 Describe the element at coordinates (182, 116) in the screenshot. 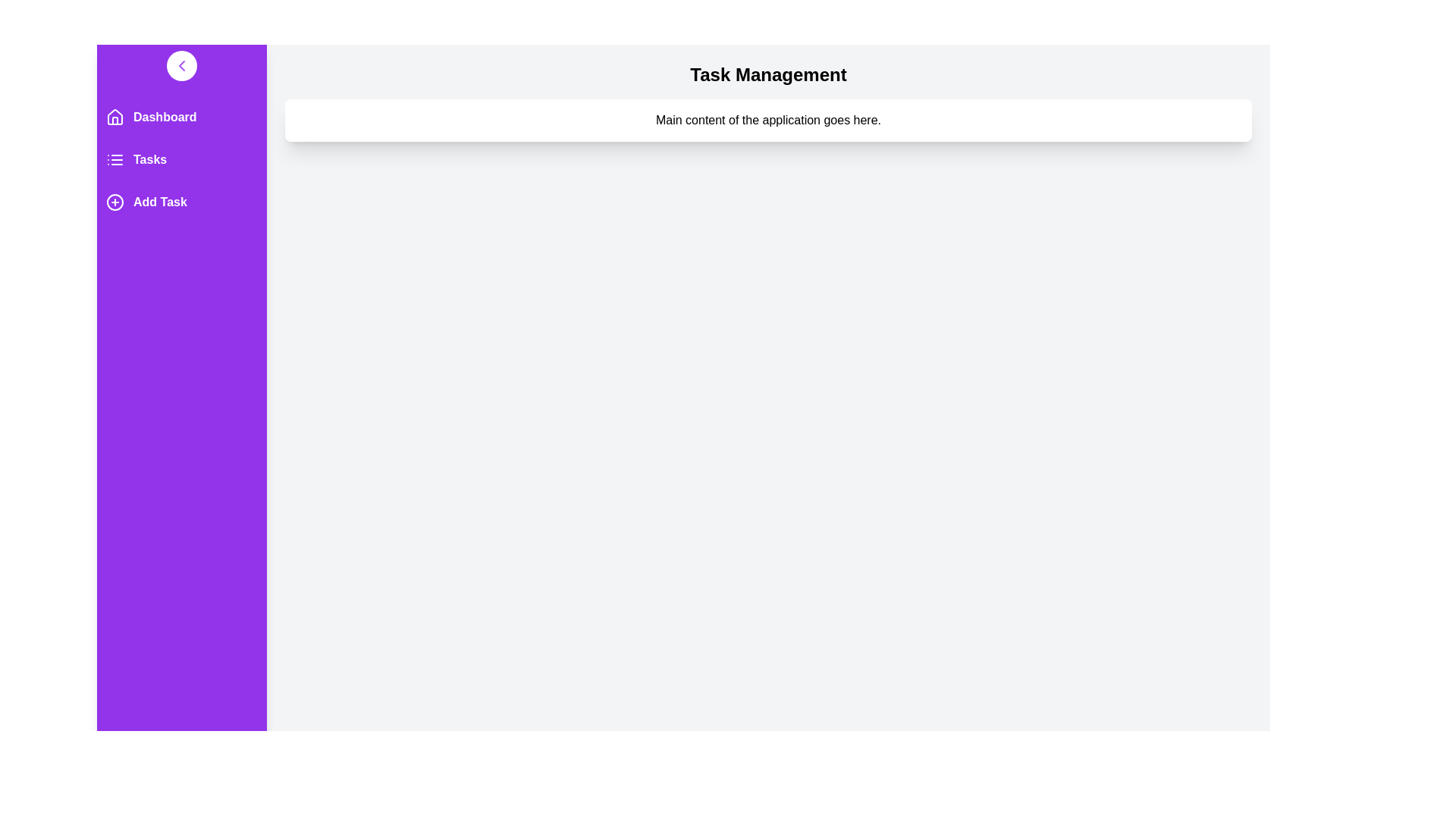

I see `the 'Dashboard' menu item in the sidebar` at that location.